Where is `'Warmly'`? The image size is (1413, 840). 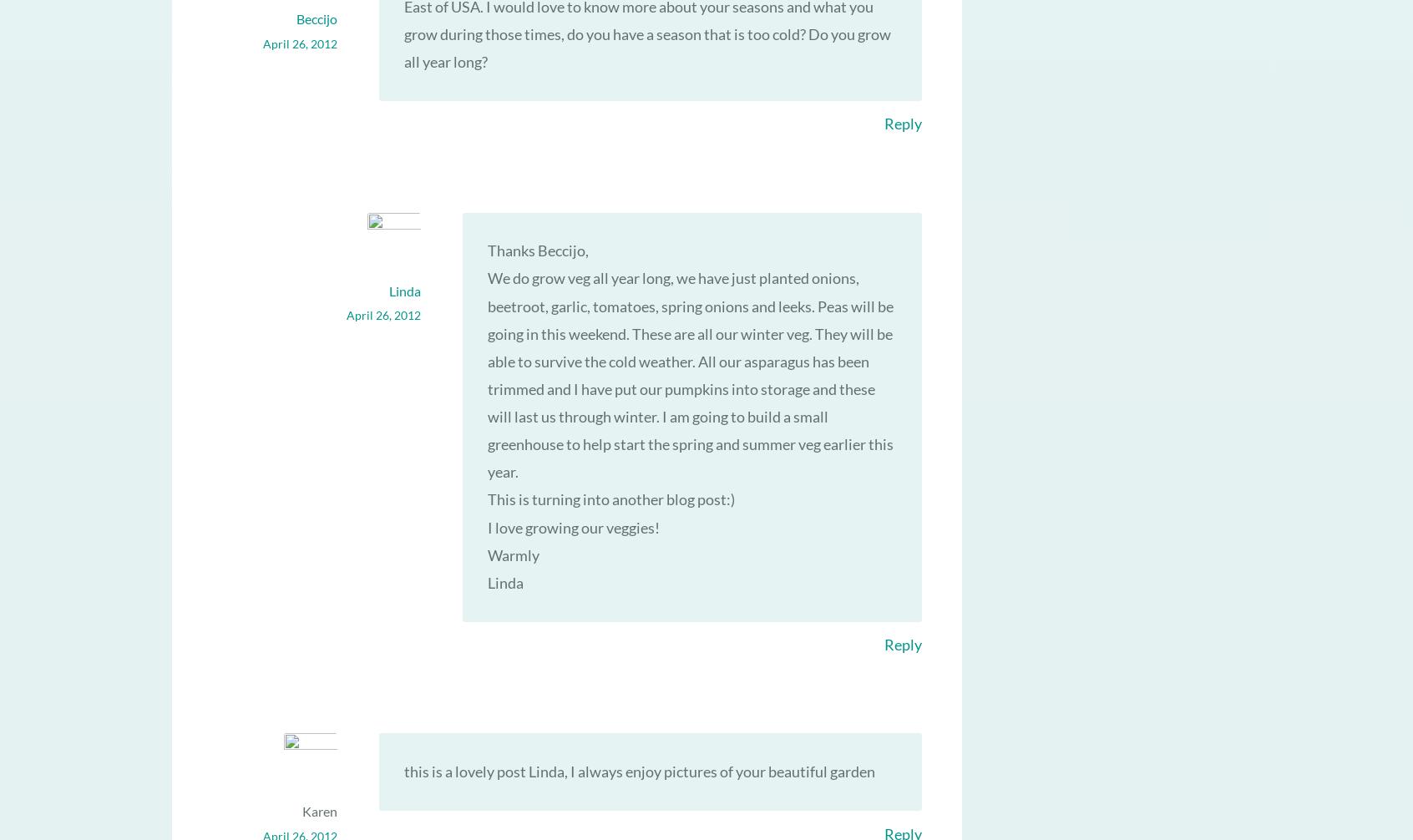 'Warmly' is located at coordinates (486, 554).